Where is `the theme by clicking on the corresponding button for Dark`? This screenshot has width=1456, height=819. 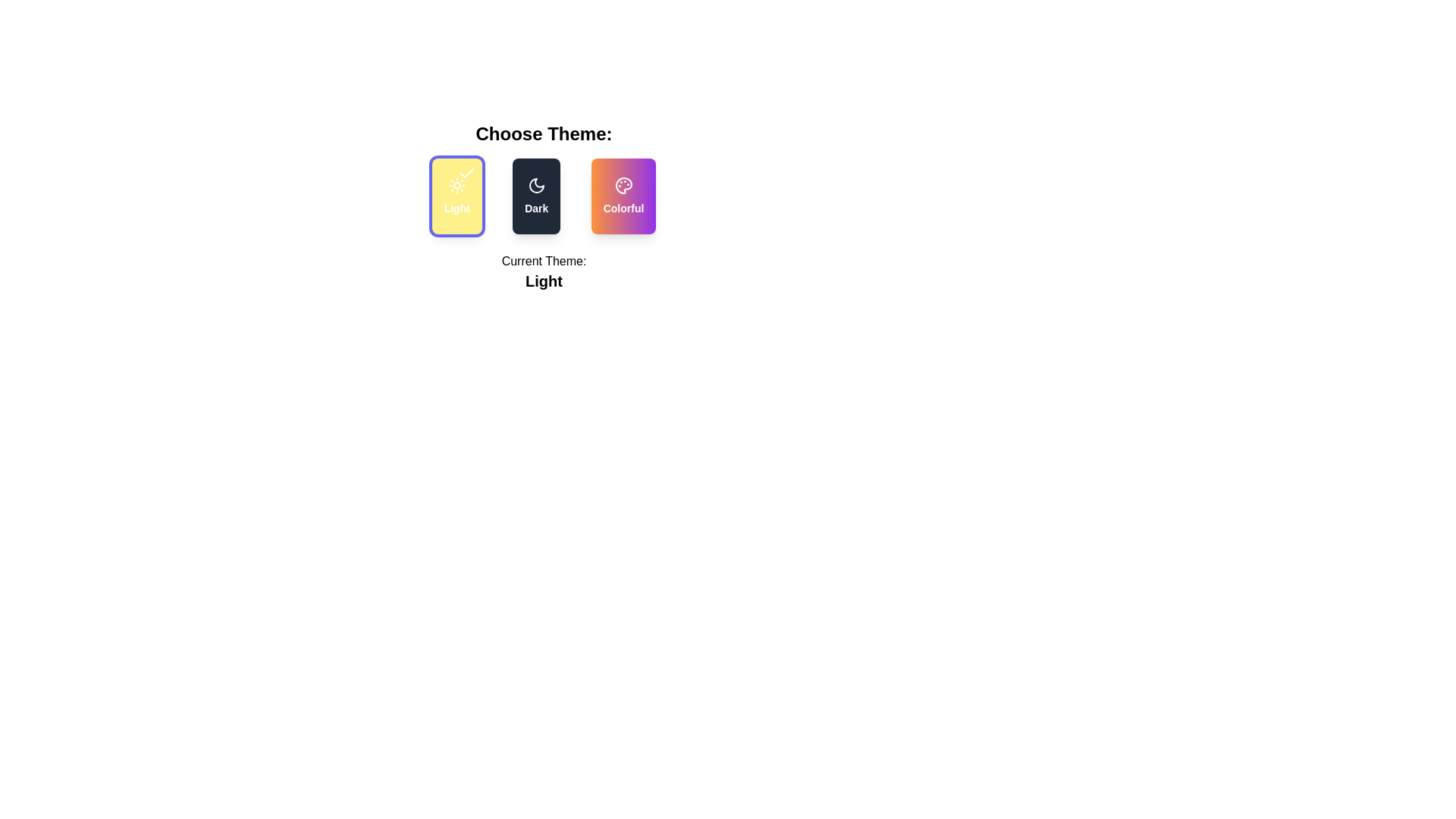 the theme by clicking on the corresponding button for Dark is located at coordinates (536, 195).